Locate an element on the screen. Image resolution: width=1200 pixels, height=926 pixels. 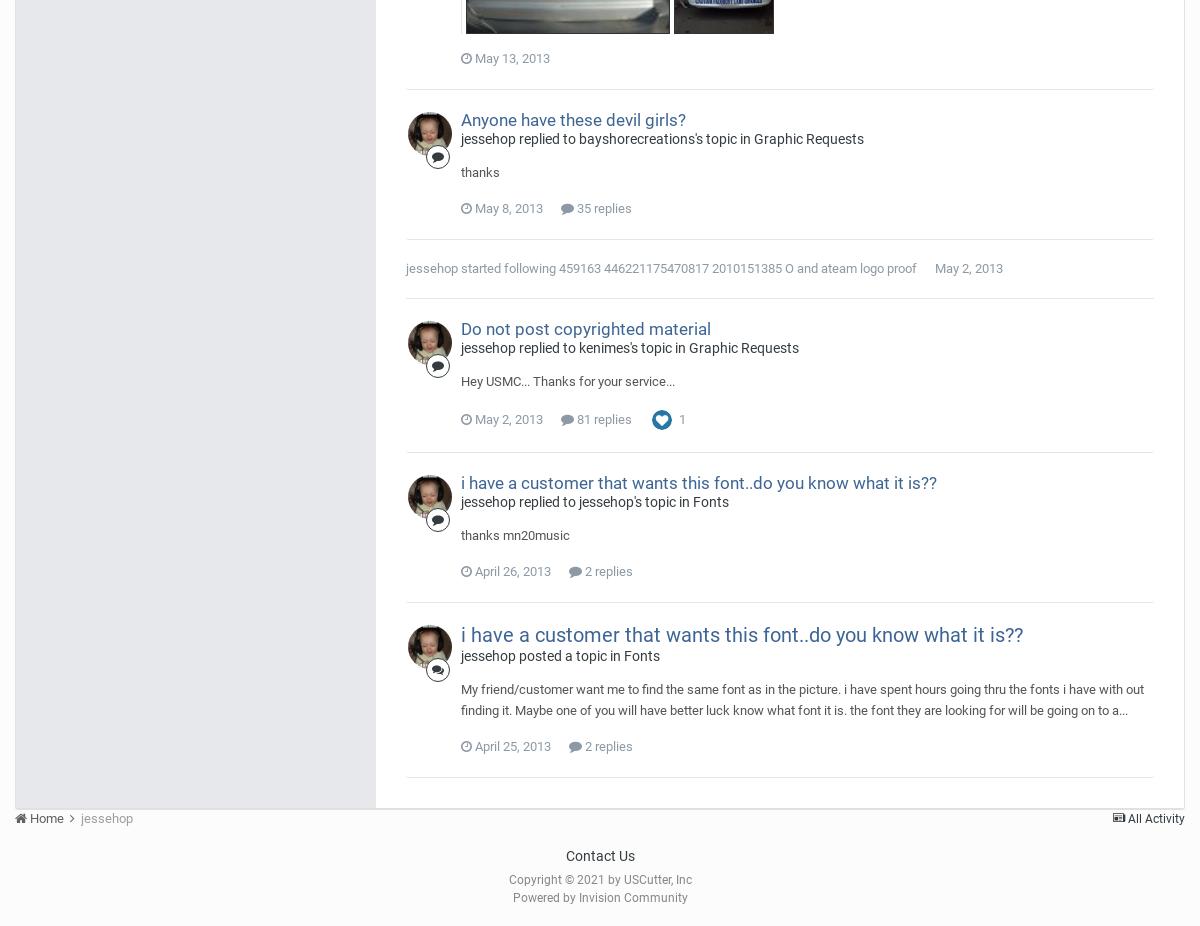
'started following' is located at coordinates (507, 267).